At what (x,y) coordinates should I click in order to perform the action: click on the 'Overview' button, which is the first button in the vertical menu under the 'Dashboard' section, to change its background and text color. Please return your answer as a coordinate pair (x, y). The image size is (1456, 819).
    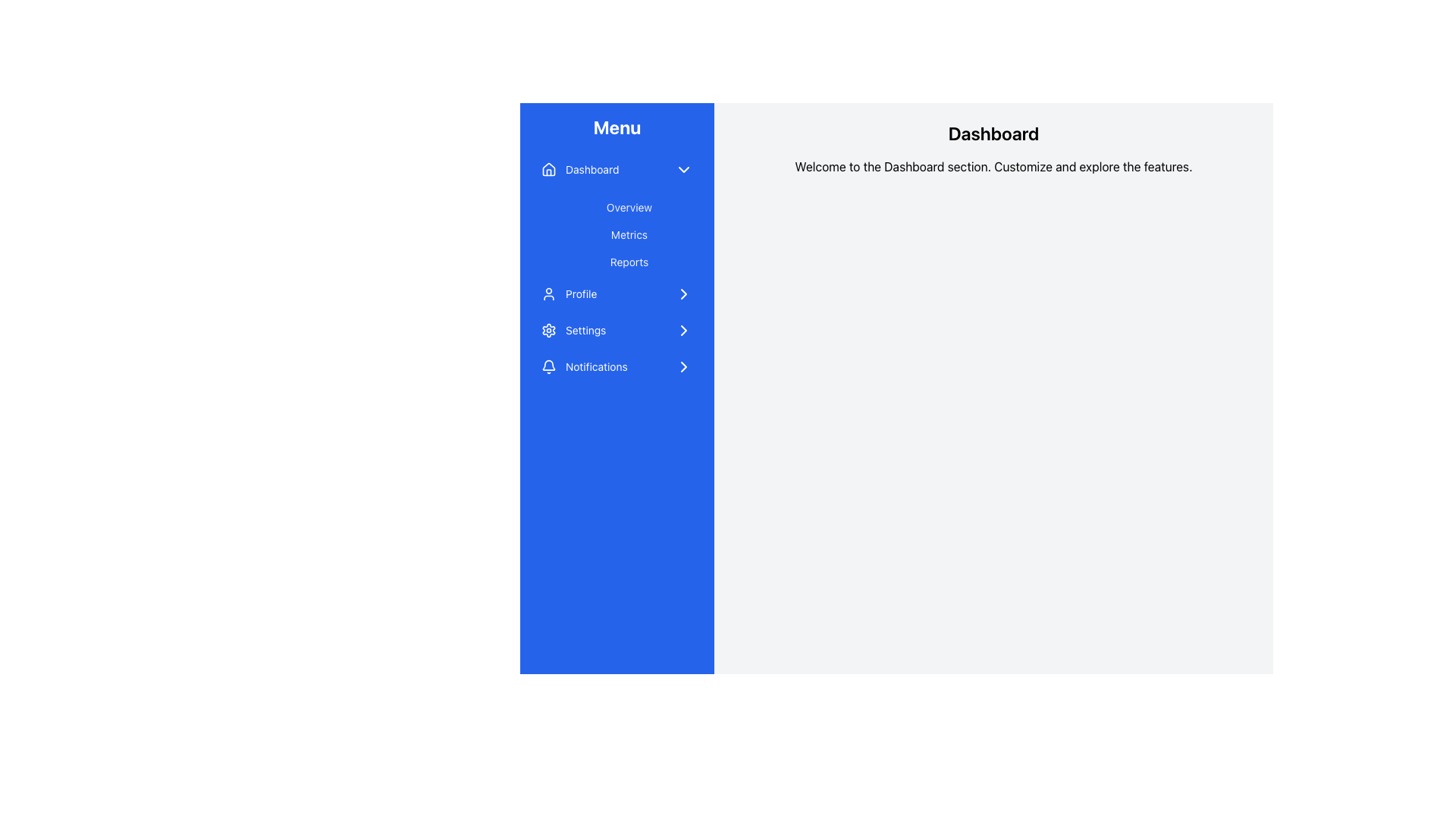
    Looking at the image, I should click on (629, 207).